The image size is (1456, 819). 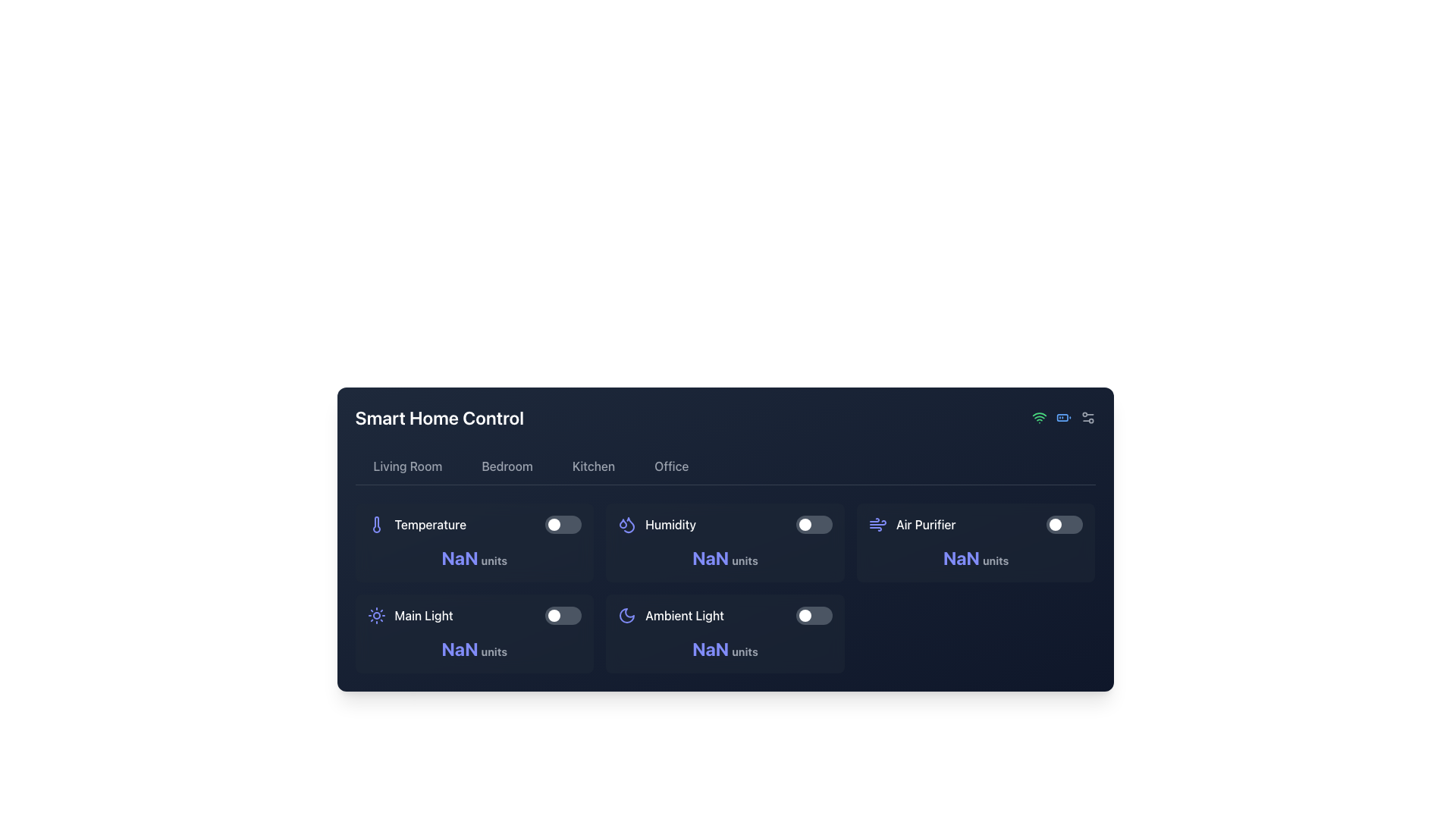 I want to click on the toggle switch button for the 'Air Purifier' control to change its state from inactive to active, so click(x=1055, y=523).